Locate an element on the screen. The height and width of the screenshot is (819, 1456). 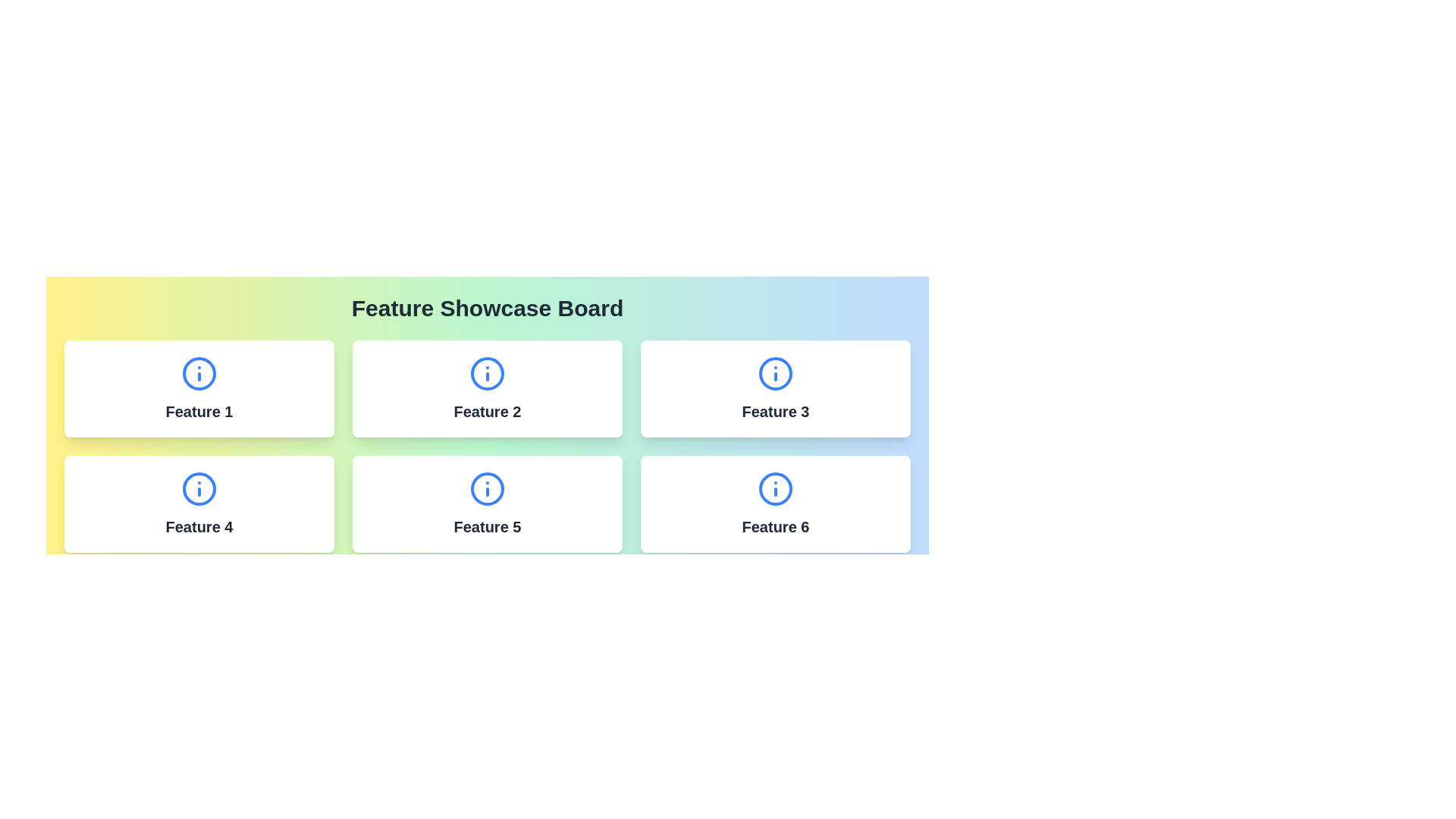
the feature highlight card located in the second row and first column of the grid layout, positioned below the 'Feature 1' card and to the left of the 'Feature 5' card is located at coordinates (199, 504).